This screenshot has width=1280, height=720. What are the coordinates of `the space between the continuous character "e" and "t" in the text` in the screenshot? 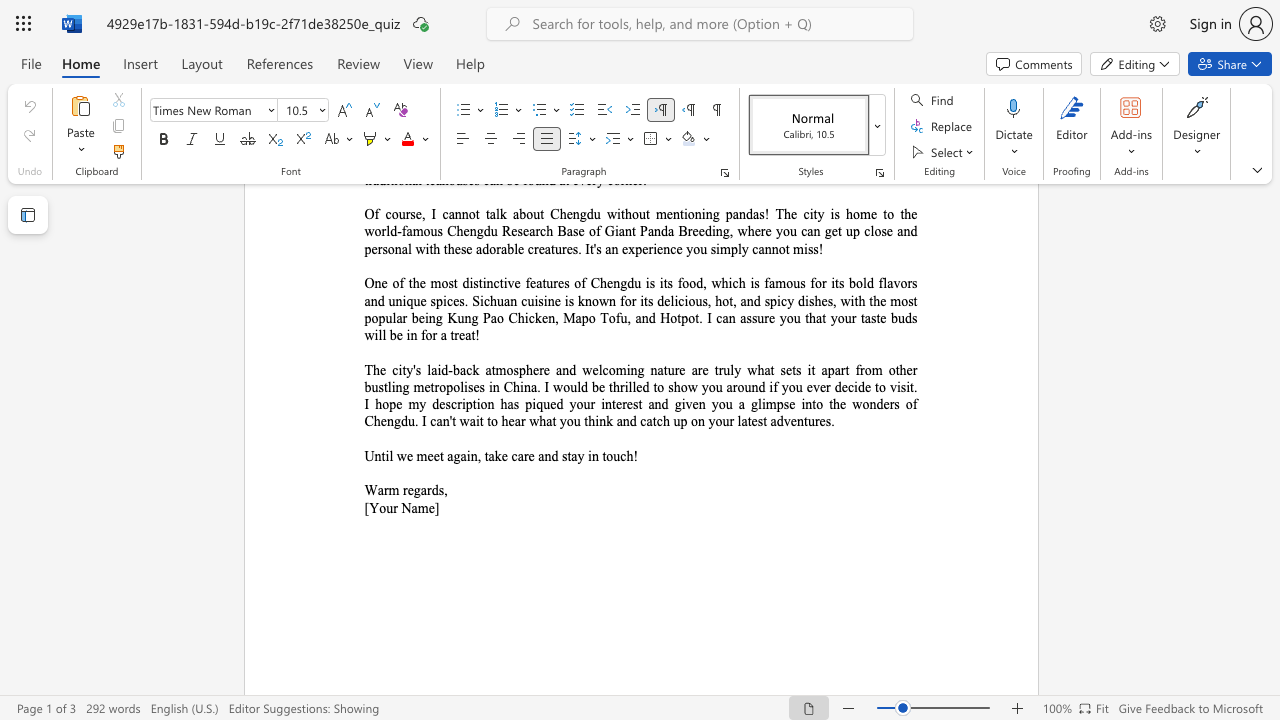 It's located at (438, 456).